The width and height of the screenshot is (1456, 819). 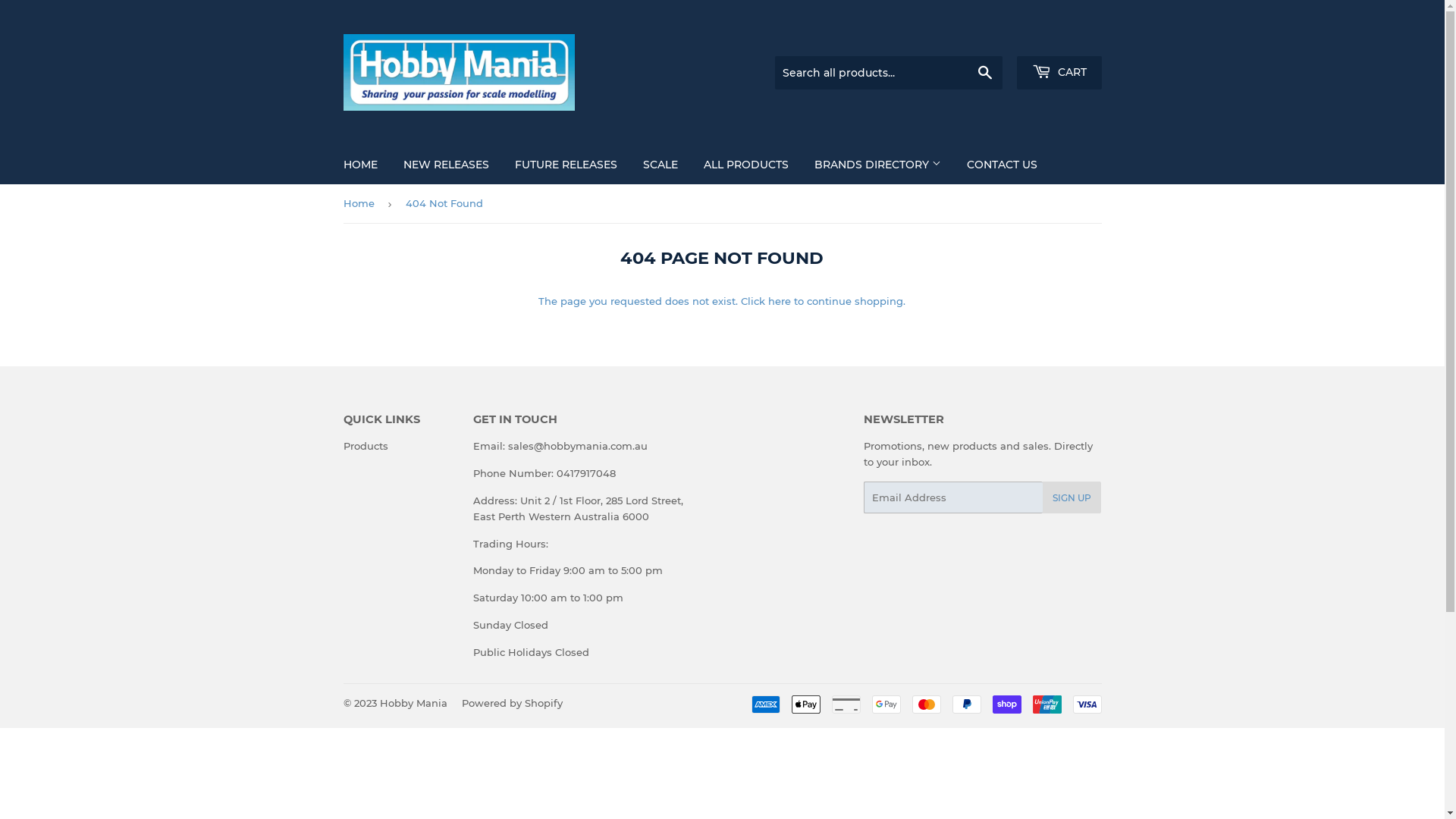 I want to click on 'HOME', so click(x=359, y=164).